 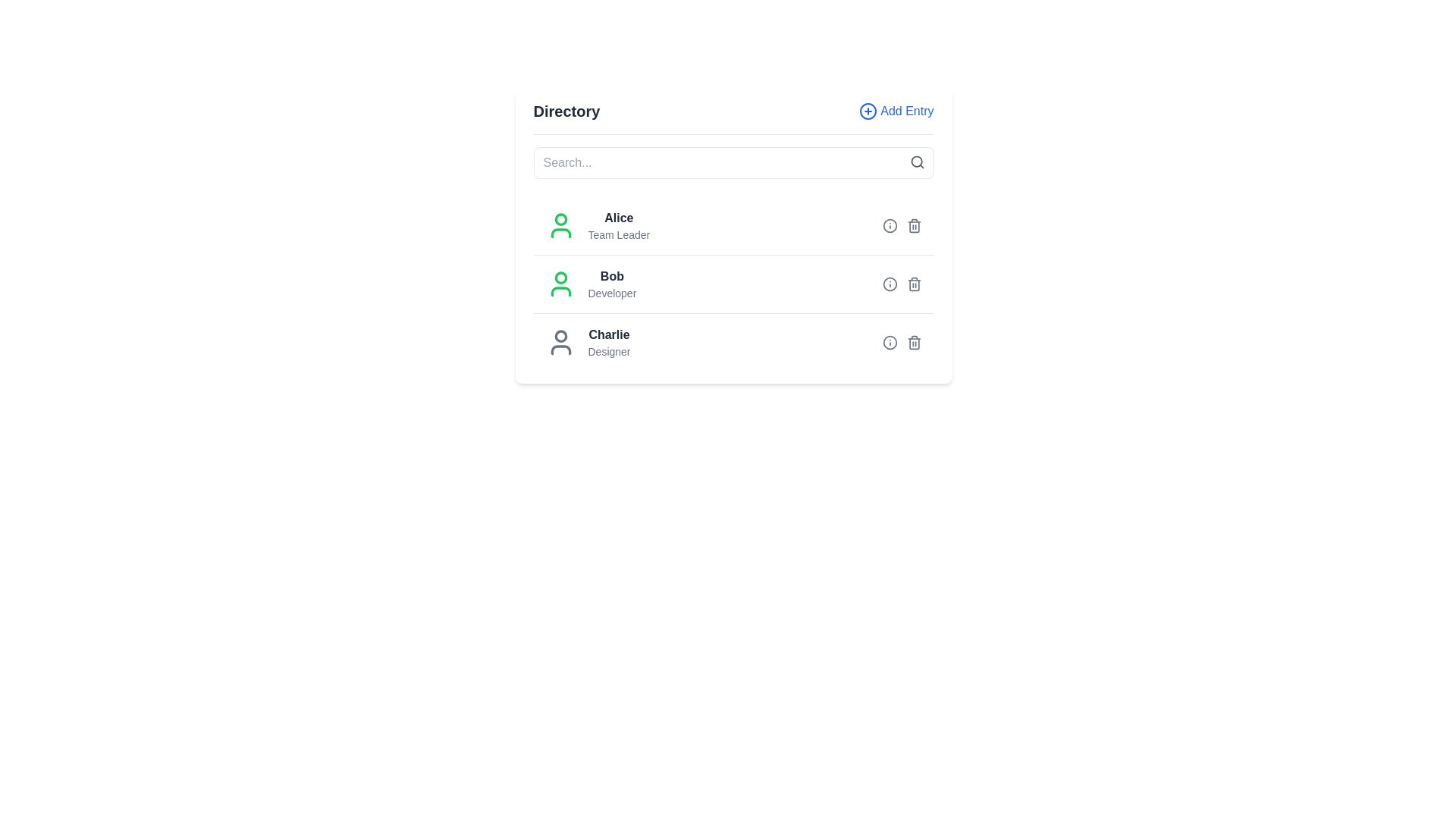 I want to click on the circular graphic element that serves as a decorative part of the user icon, located to the left of the name 'Charlie' in the 'Directory' section, so click(x=560, y=335).